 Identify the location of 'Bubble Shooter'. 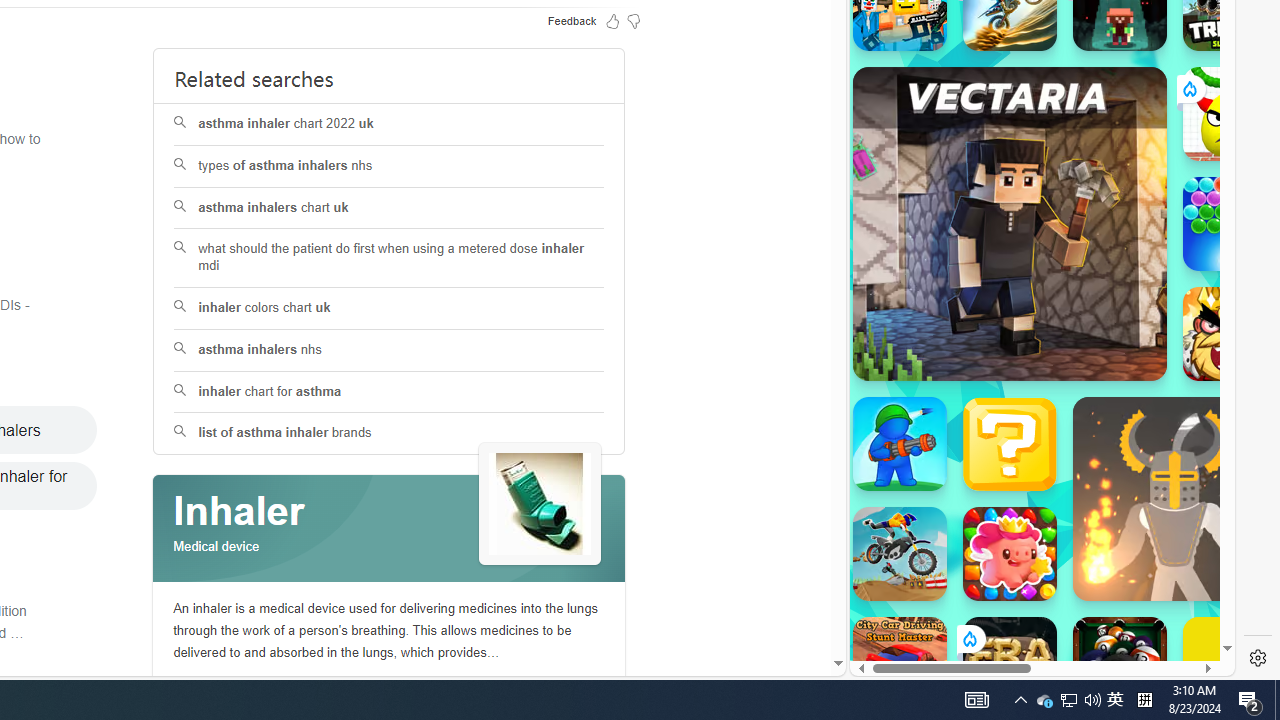
(1229, 223).